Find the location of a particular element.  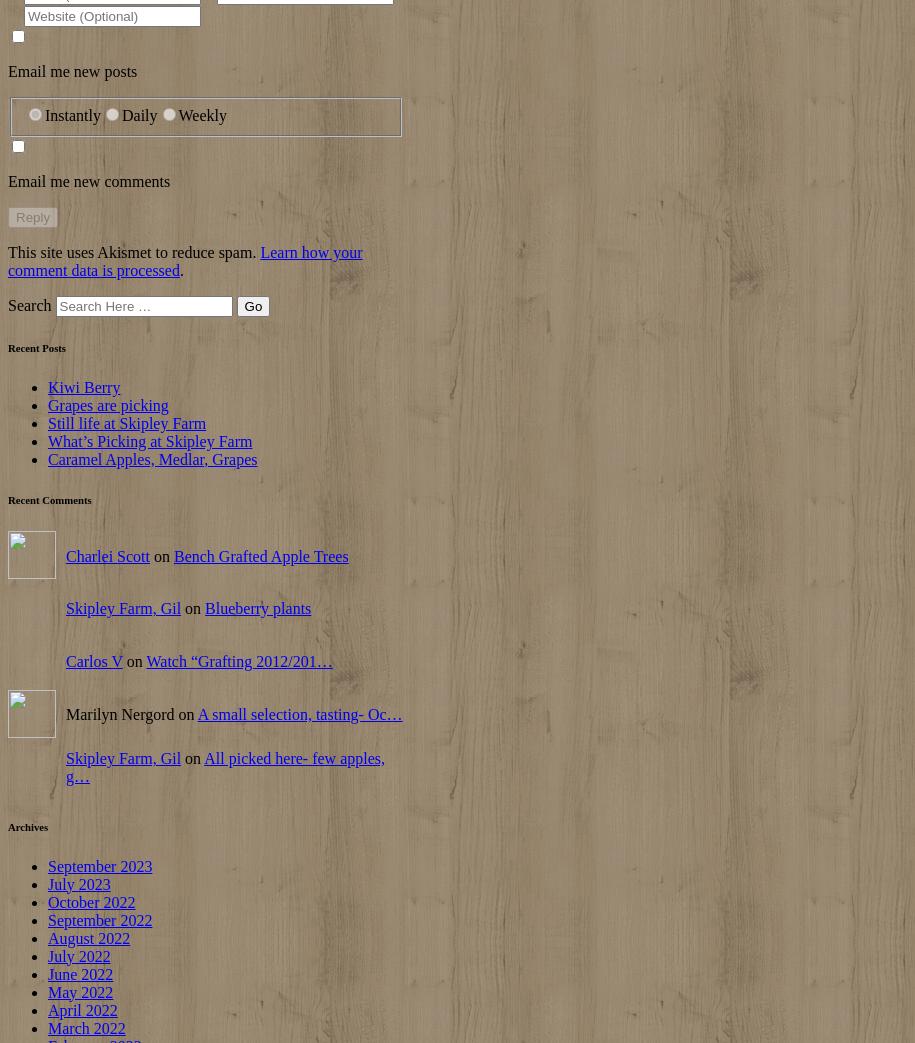

'.' is located at coordinates (179, 269).